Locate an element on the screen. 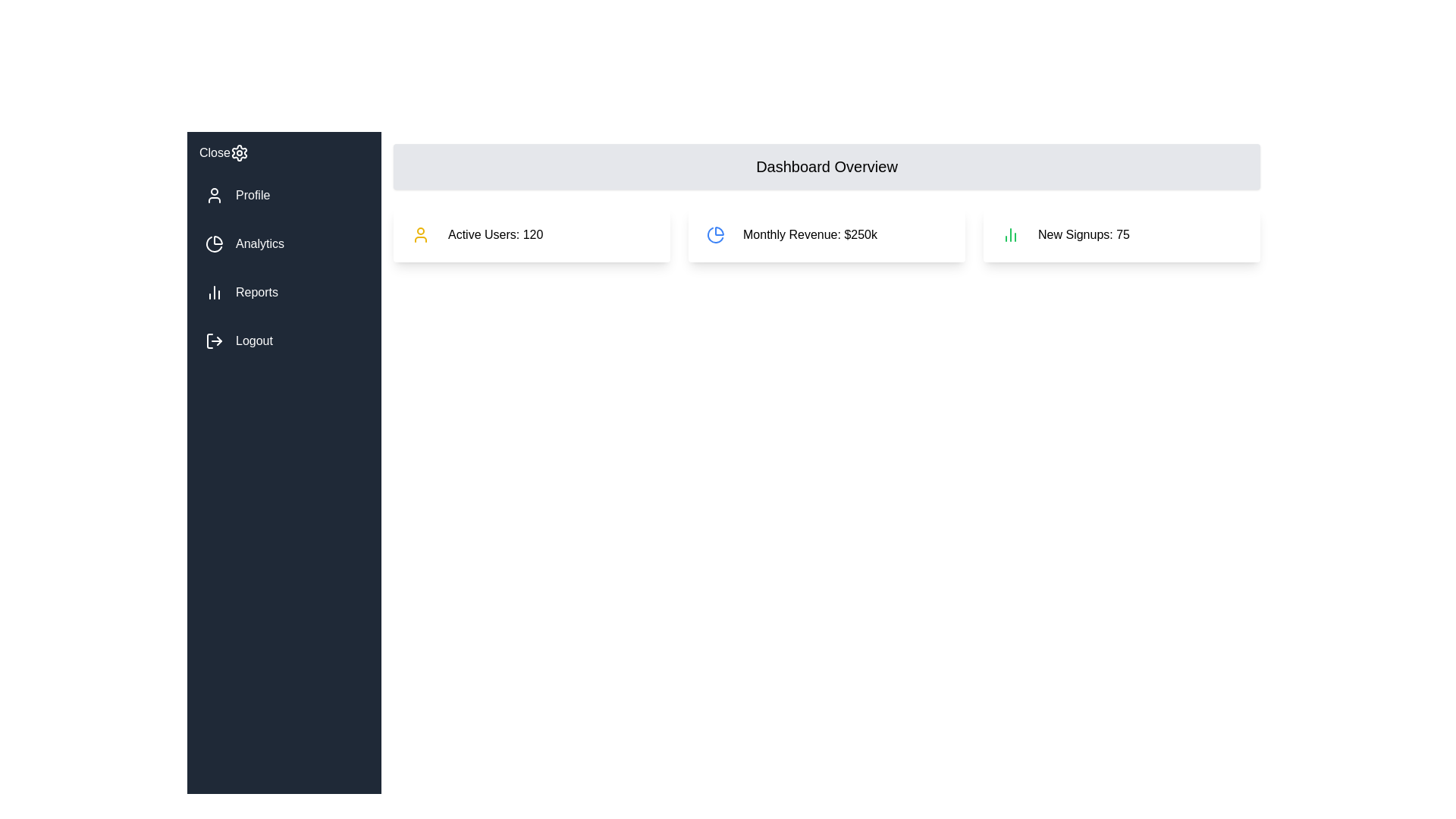 Image resolution: width=1456 pixels, height=819 pixels. the Header panel, which serves as the title for the dashboard interface and is positioned above the statistic cards is located at coordinates (826, 166).